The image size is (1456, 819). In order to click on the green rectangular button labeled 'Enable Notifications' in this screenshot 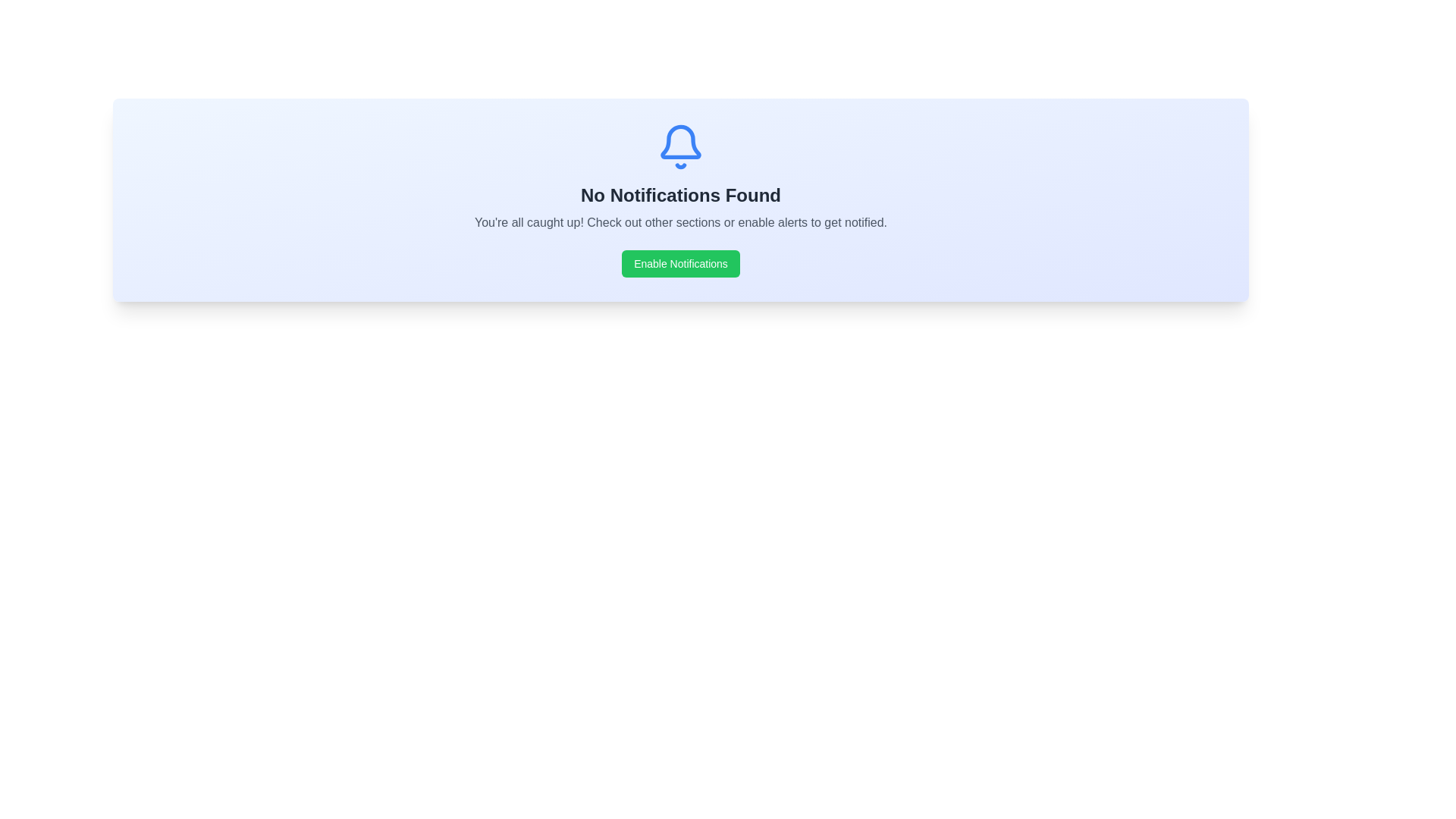, I will do `click(679, 262)`.